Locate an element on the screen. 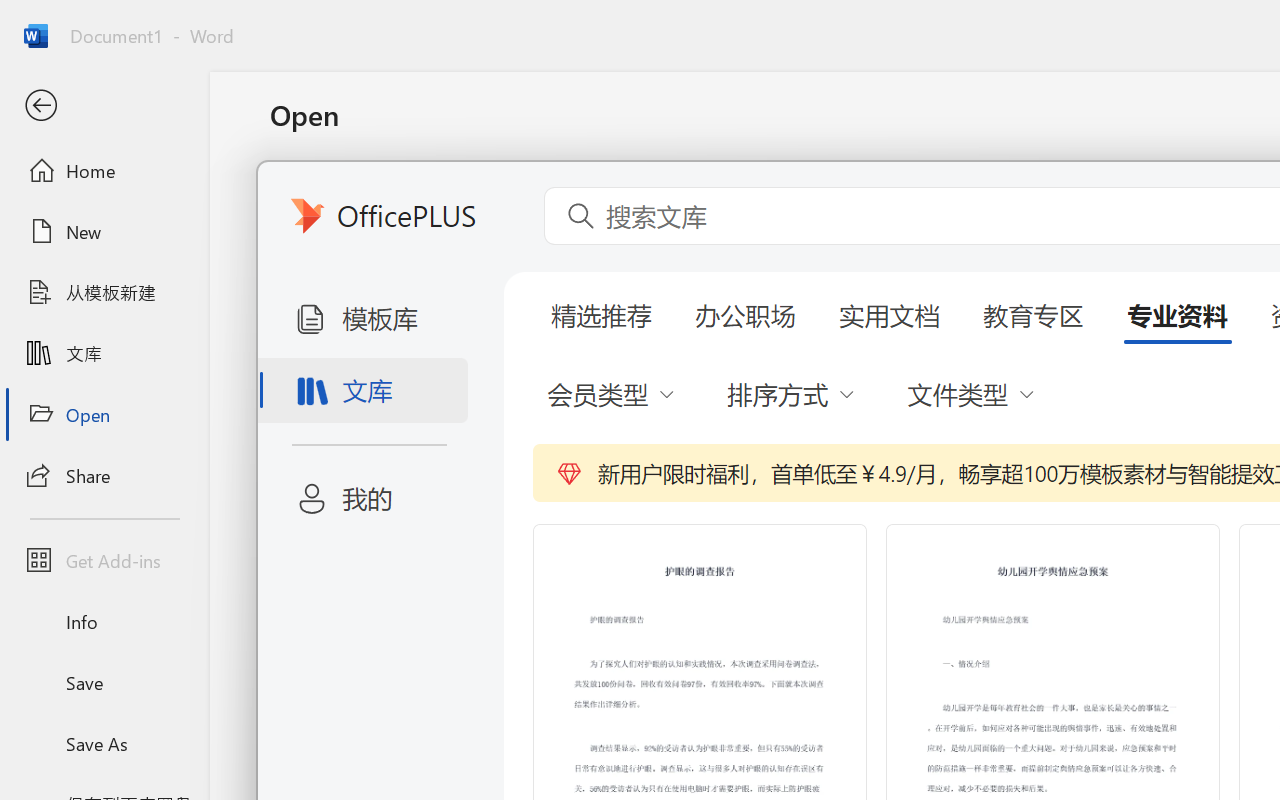 The width and height of the screenshot is (1280, 800). 'Get Add-ins' is located at coordinates (103, 560).